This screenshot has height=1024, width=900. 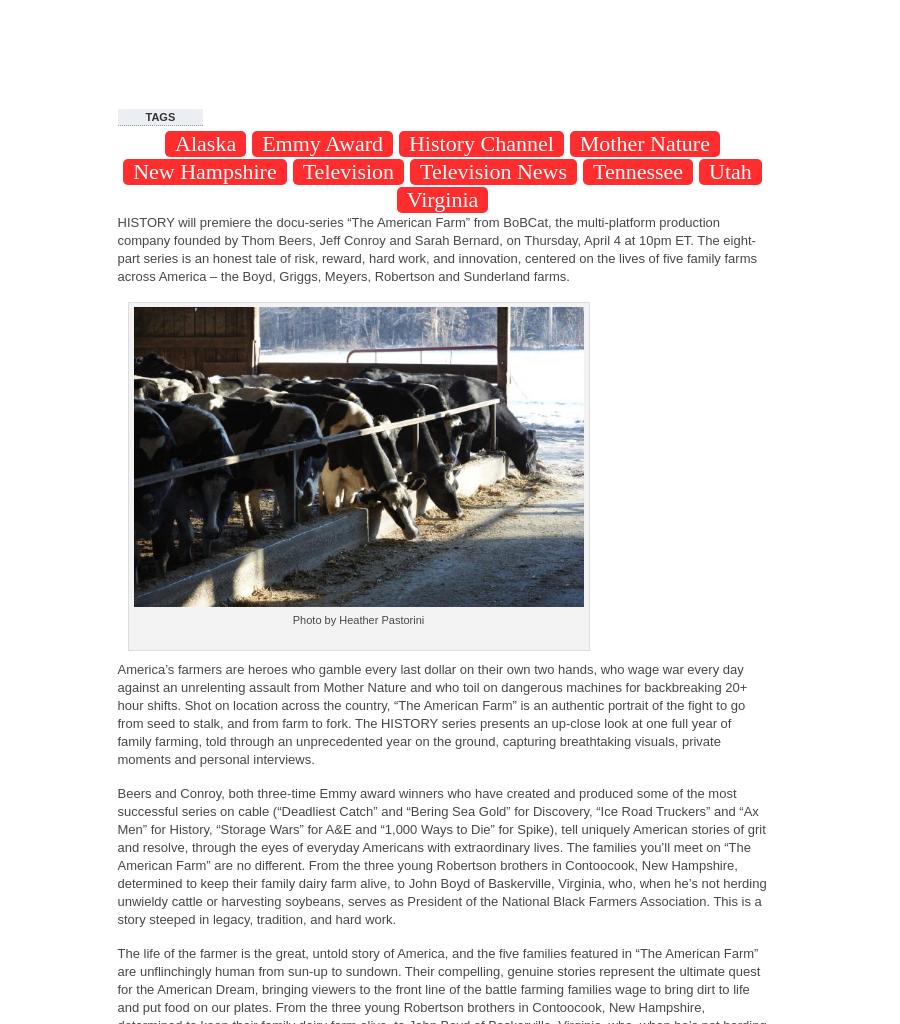 What do you see at coordinates (160, 117) in the screenshot?
I see `'Tags'` at bounding box center [160, 117].